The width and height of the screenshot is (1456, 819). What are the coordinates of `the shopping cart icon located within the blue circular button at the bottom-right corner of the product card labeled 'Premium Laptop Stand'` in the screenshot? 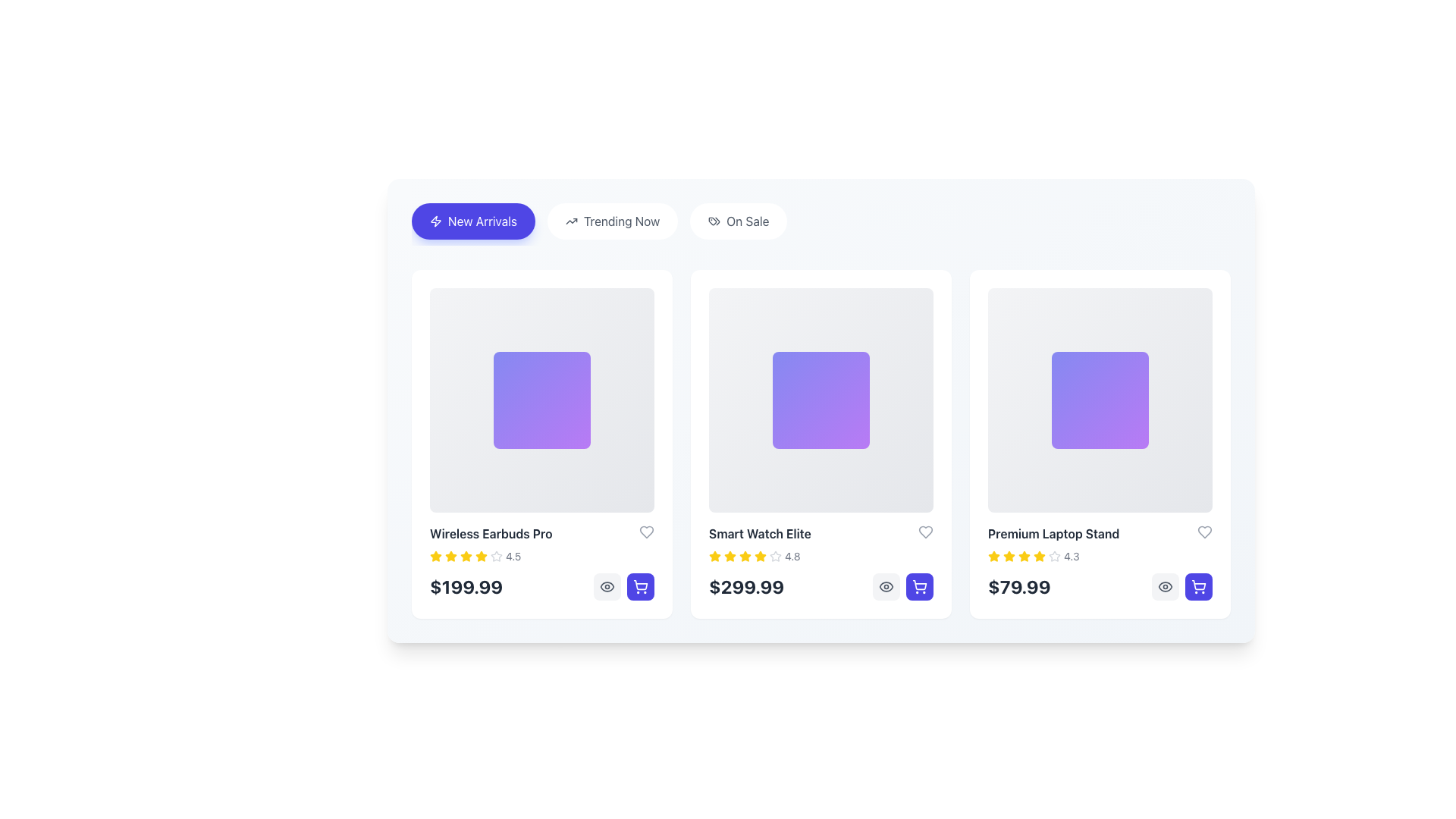 It's located at (919, 584).